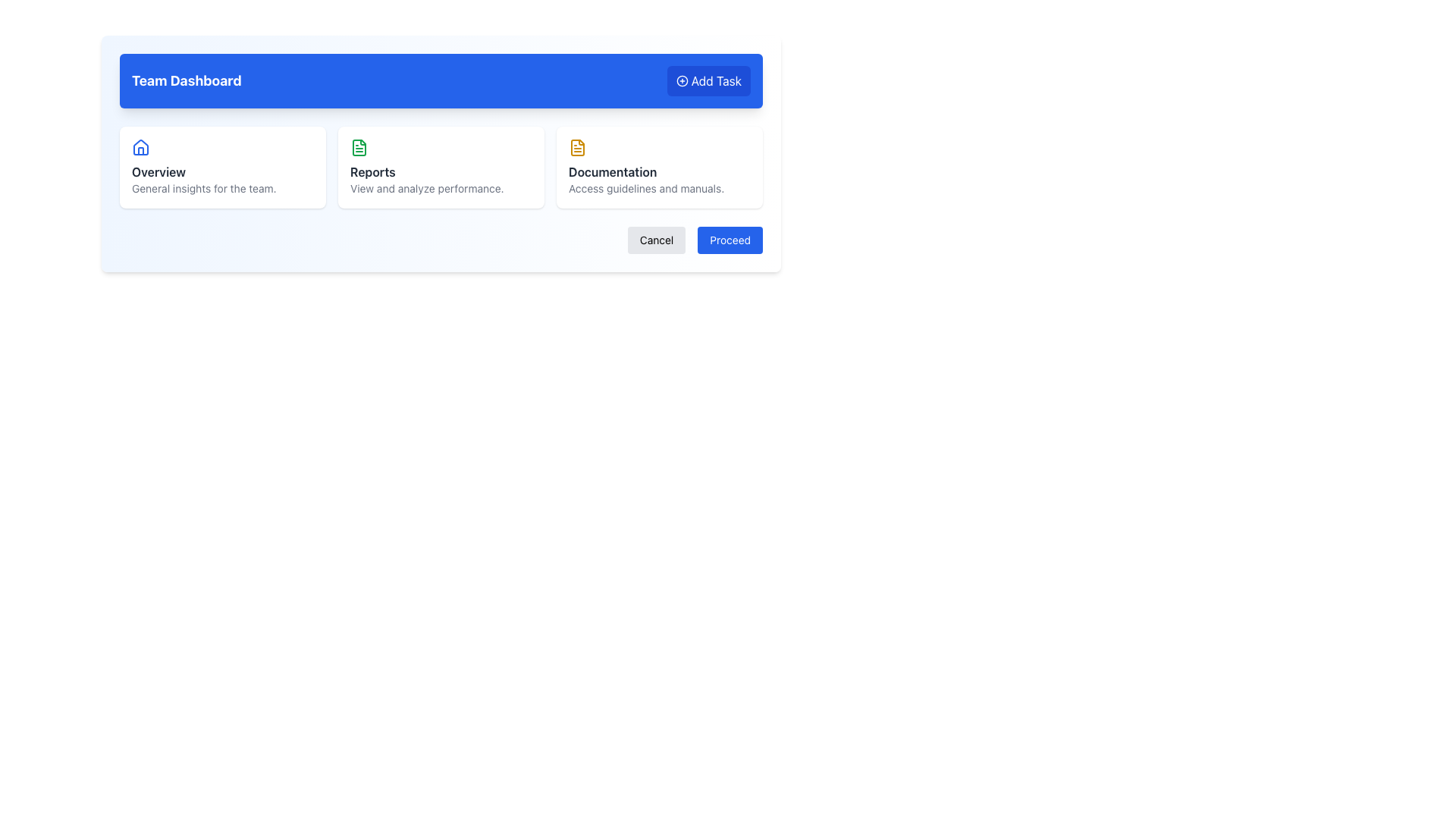 Image resolution: width=1456 pixels, height=819 pixels. Describe the element at coordinates (372, 171) in the screenshot. I see `the heading label in the second card from the left, located above the description text 'View and analyze performance.' and to the right of the green document icon` at that location.